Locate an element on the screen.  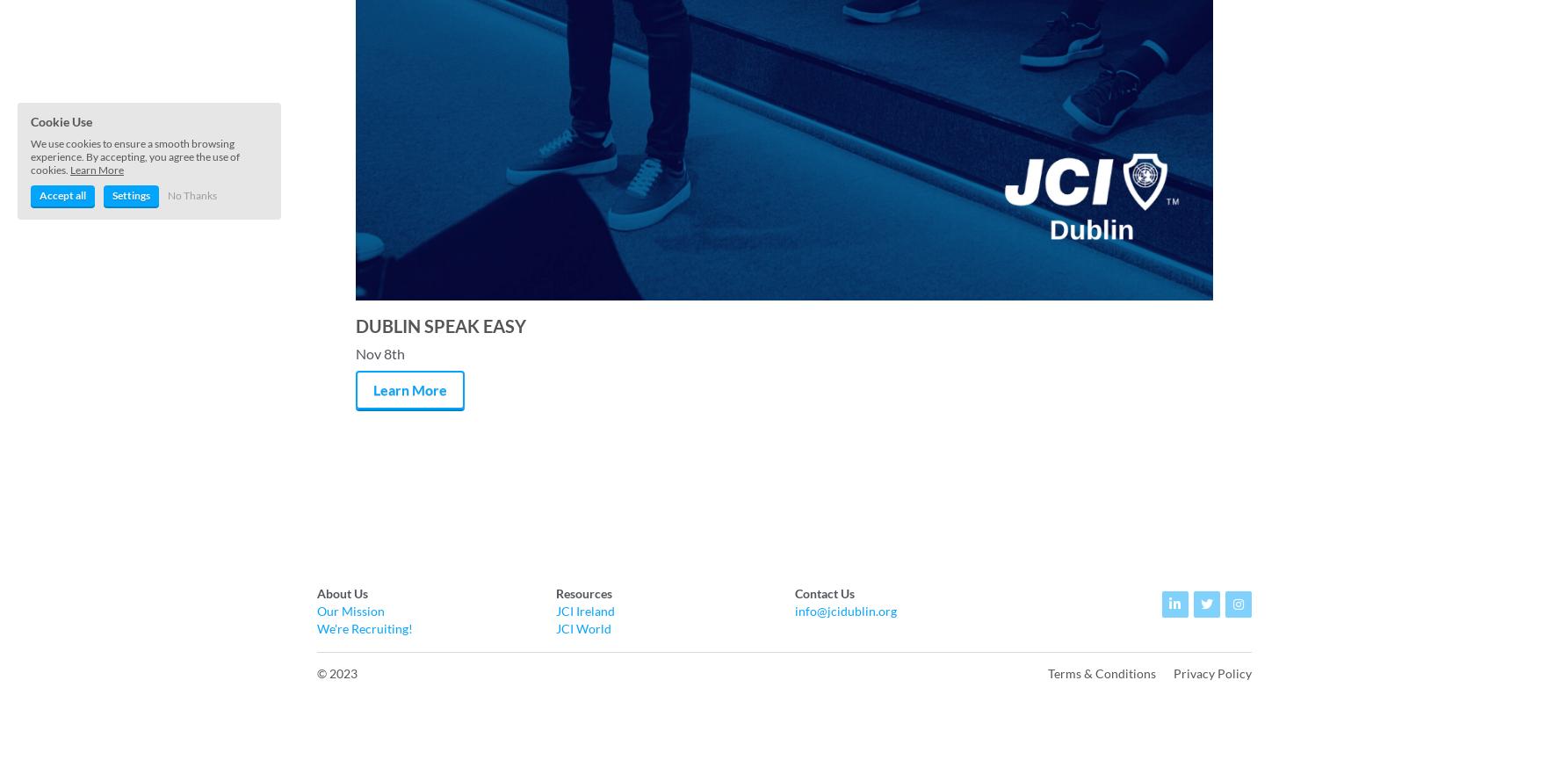
'Privacy Policy' is located at coordinates (1211, 671).